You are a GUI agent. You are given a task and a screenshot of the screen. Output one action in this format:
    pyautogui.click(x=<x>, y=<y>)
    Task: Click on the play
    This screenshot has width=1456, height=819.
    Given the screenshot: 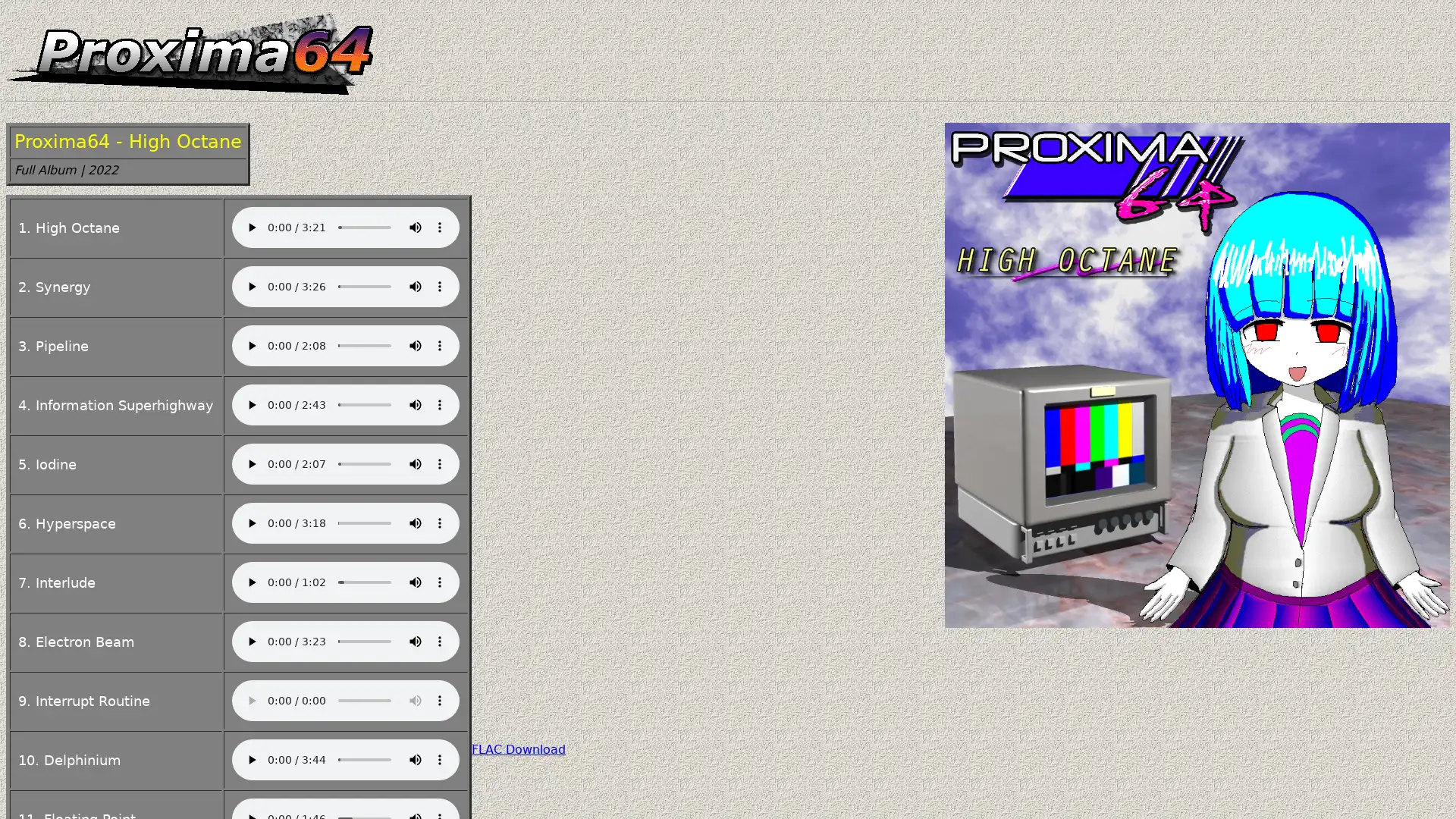 What is the action you would take?
    pyautogui.click(x=251, y=522)
    